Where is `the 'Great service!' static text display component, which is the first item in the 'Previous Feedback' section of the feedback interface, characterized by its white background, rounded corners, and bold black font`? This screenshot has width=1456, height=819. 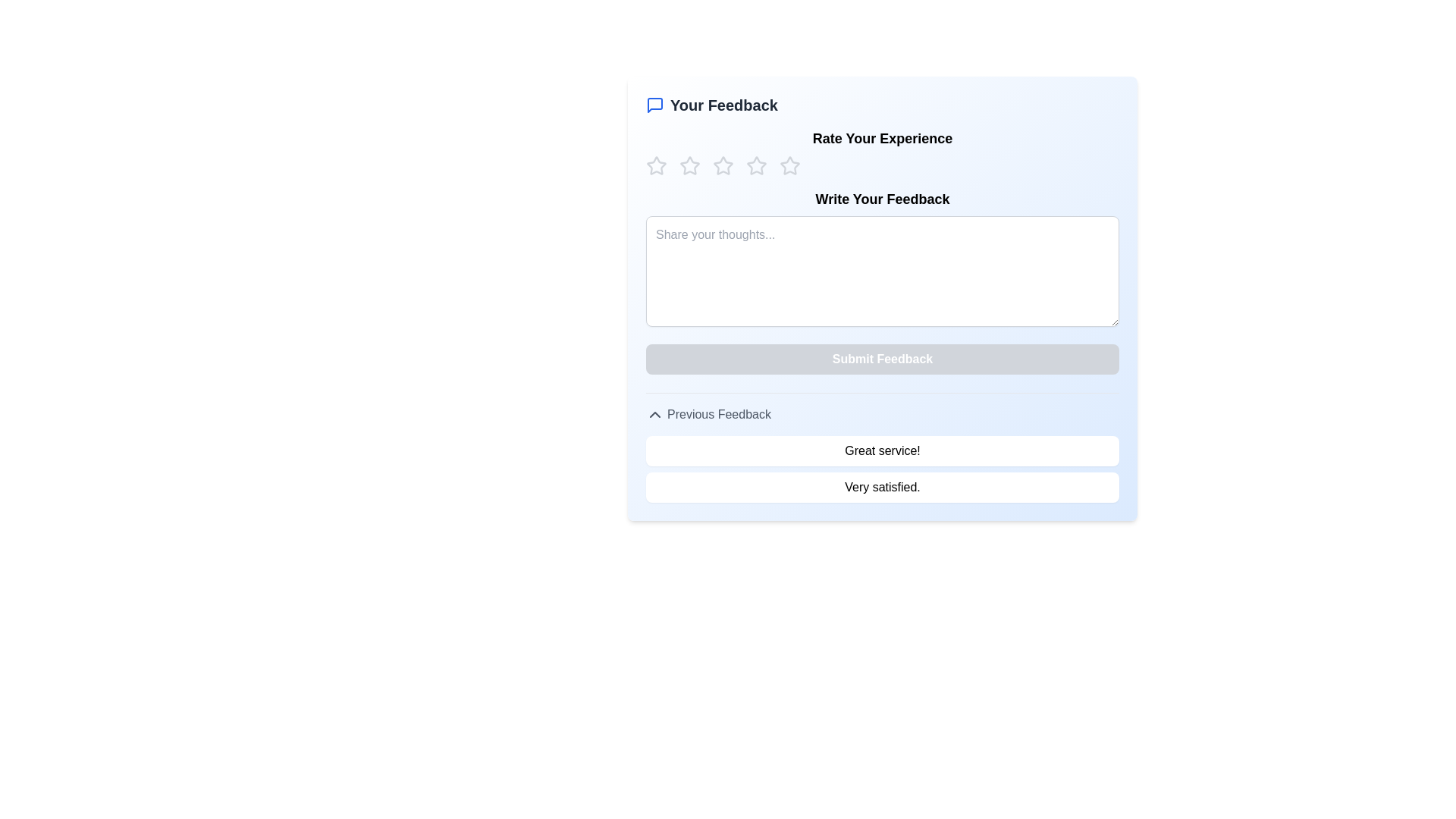
the 'Great service!' static text display component, which is the first item in the 'Previous Feedback' section of the feedback interface, characterized by its white background, rounded corners, and bold black font is located at coordinates (882, 450).